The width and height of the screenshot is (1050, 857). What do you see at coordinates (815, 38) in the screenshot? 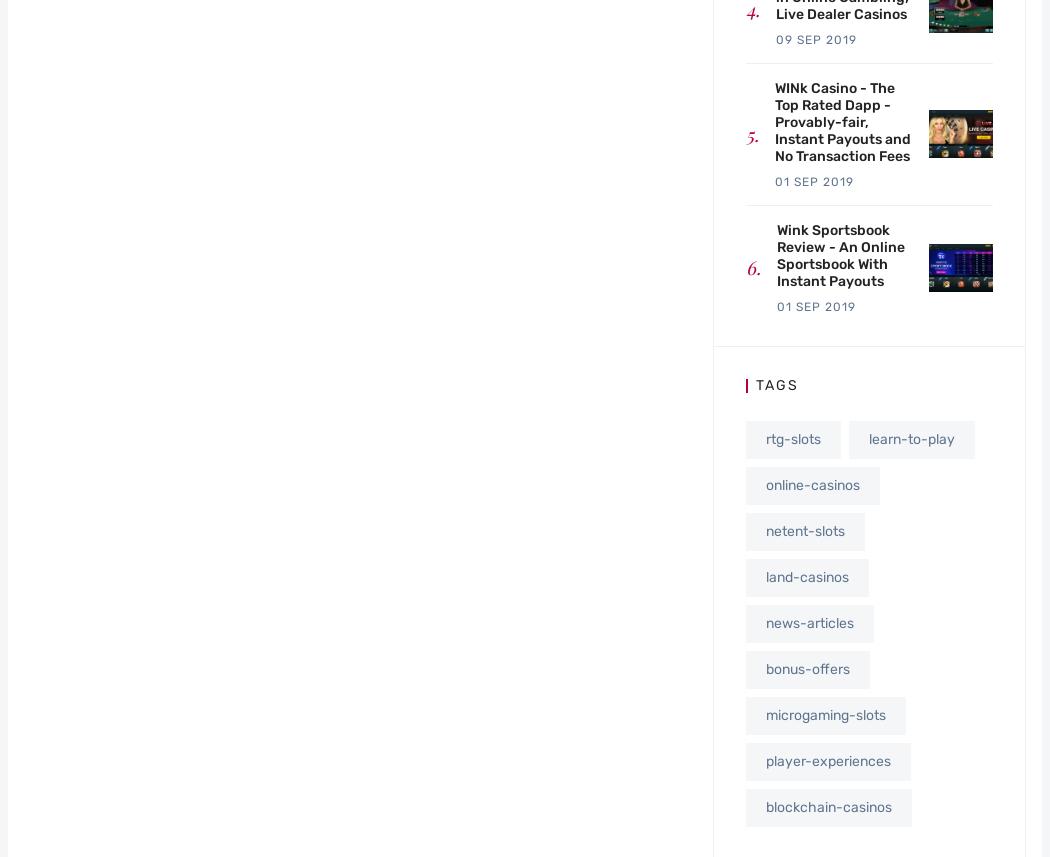
I see `'09 Sep 2019'` at bounding box center [815, 38].